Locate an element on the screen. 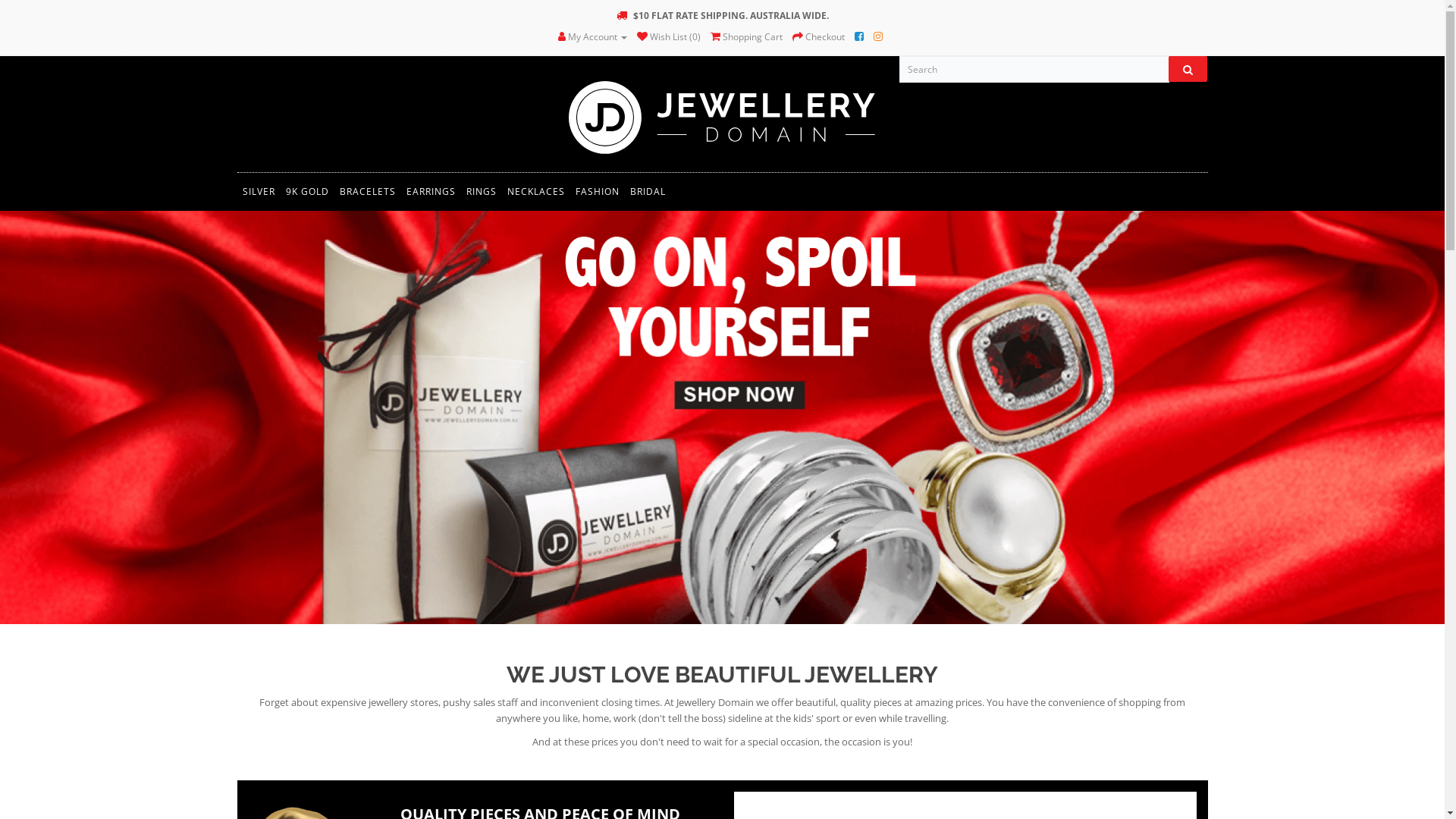 The width and height of the screenshot is (1456, 819). 'Checkout' is located at coordinates (817, 36).